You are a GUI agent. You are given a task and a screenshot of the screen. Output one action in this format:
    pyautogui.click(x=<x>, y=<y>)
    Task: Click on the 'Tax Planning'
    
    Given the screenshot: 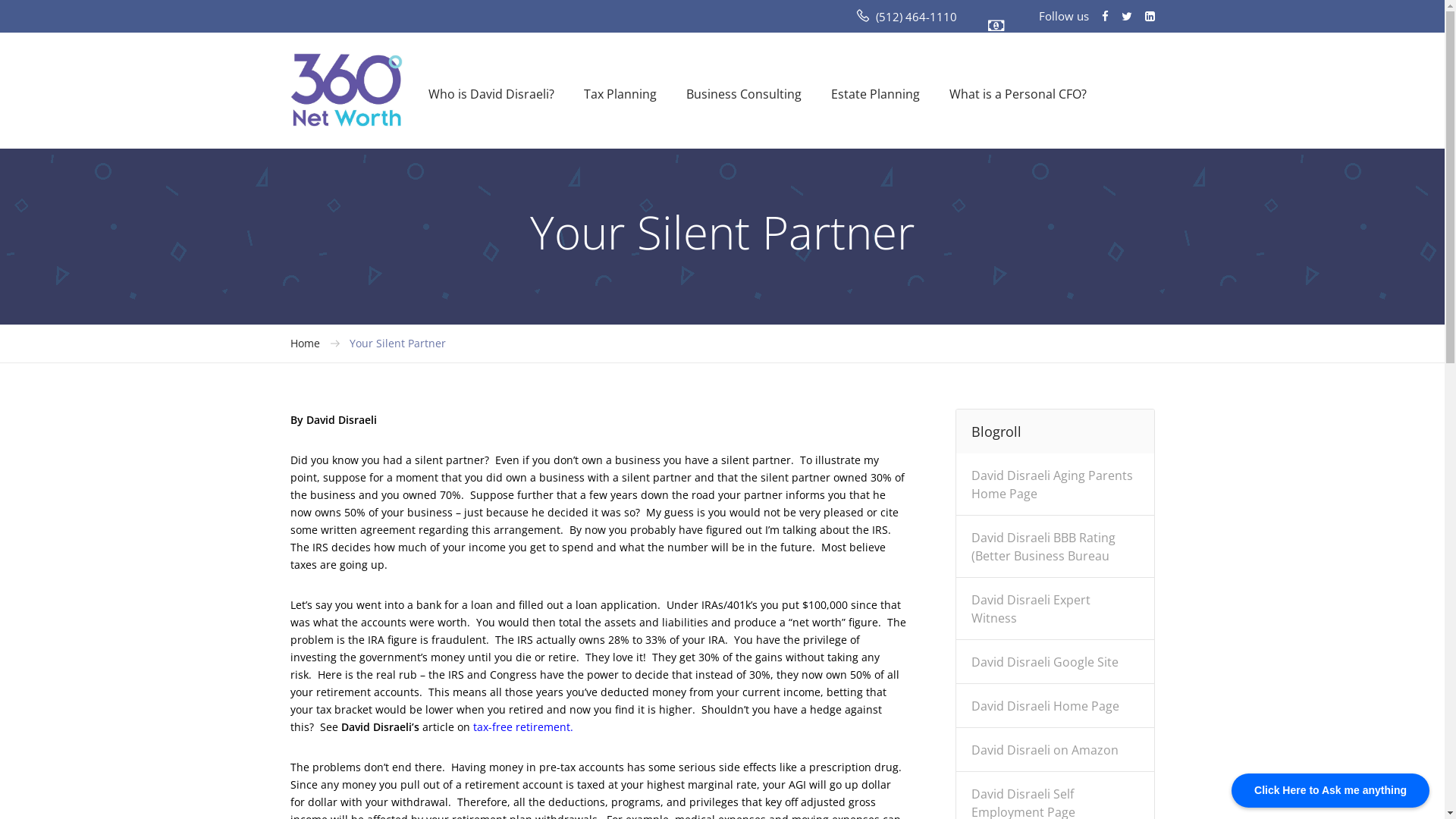 What is the action you would take?
    pyautogui.click(x=582, y=93)
    